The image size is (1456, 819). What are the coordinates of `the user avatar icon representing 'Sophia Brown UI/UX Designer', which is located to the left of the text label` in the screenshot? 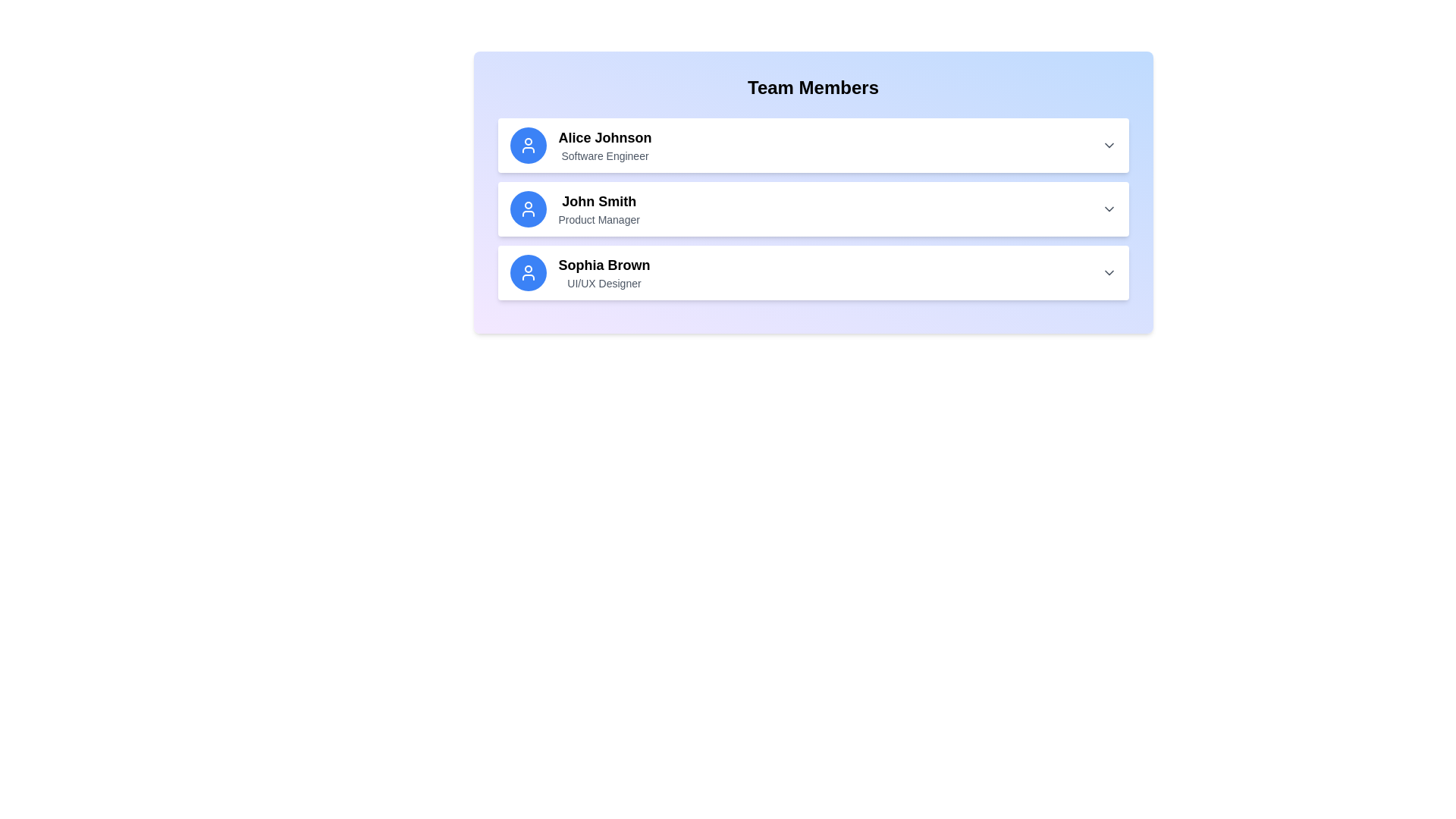 It's located at (528, 271).